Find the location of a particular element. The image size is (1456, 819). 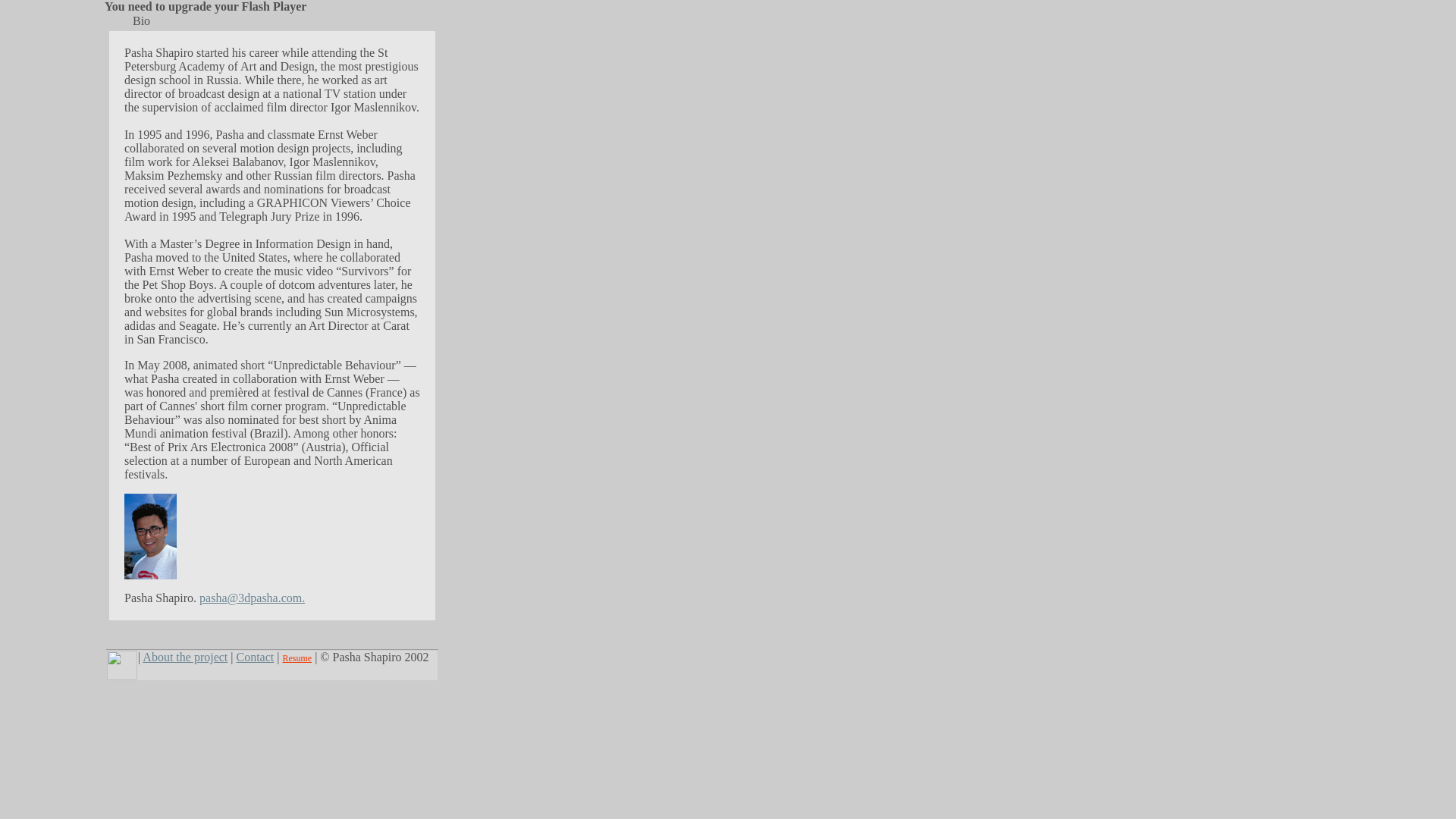

'pasha@3dpasha.com.' is located at coordinates (199, 597).